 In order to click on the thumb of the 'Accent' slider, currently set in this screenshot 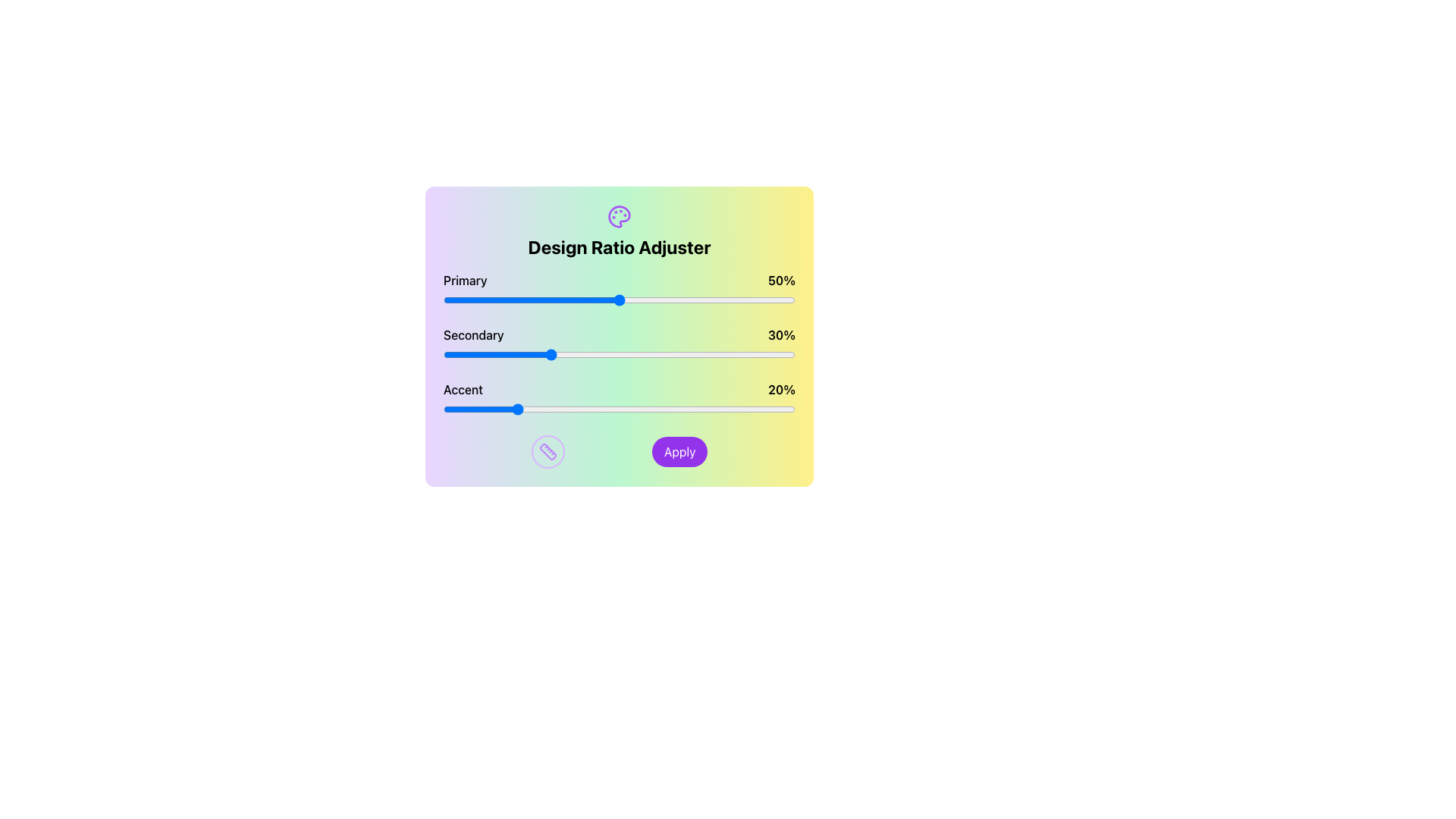, I will do `click(619, 409)`.